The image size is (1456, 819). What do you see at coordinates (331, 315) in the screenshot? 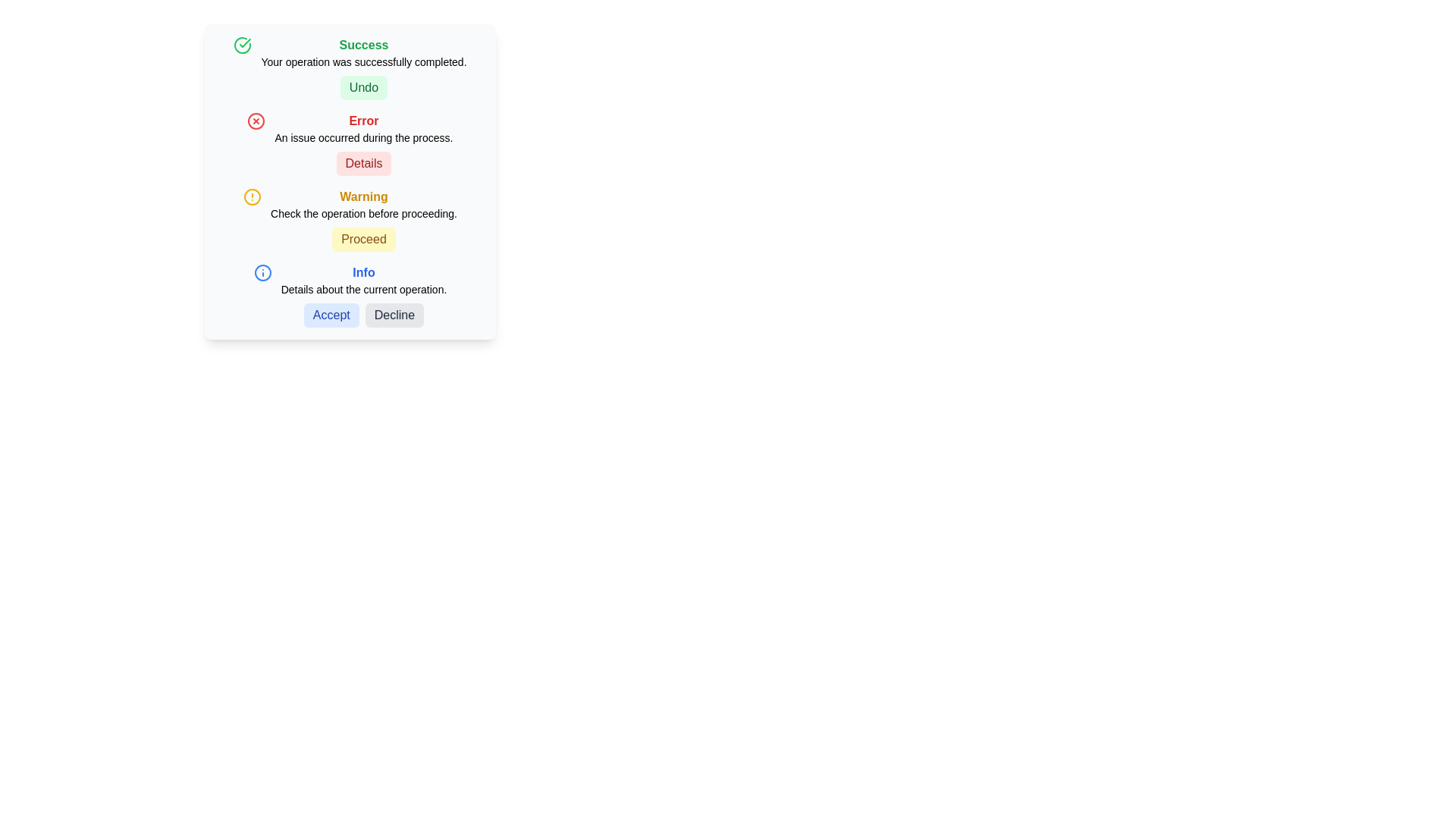
I see `the 'Accept' button, which has a blue background and white text, located at the bottom of the dialog box to the left of the 'Decline' button` at bounding box center [331, 315].